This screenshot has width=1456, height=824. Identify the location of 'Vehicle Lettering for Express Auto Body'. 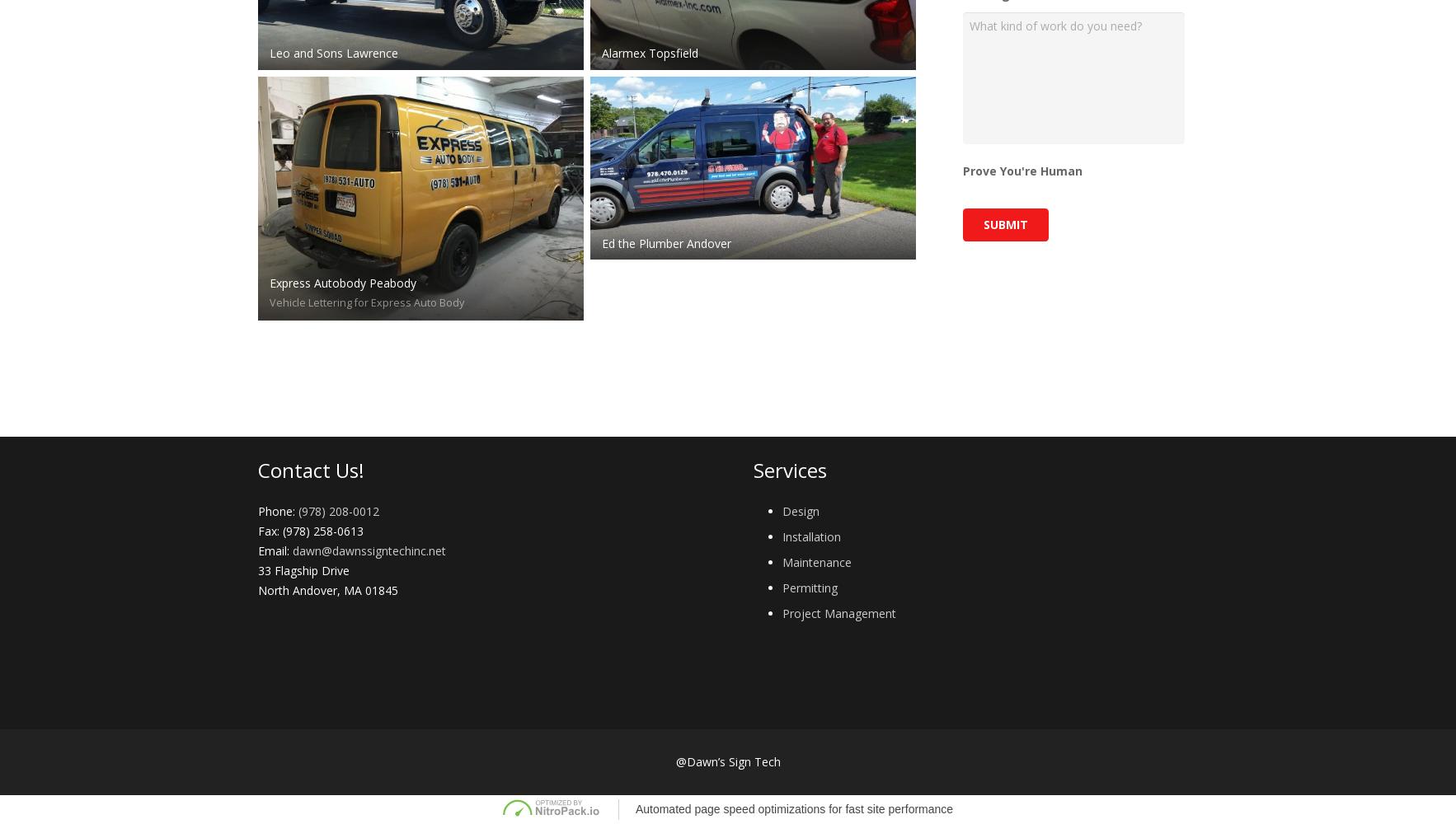
(269, 301).